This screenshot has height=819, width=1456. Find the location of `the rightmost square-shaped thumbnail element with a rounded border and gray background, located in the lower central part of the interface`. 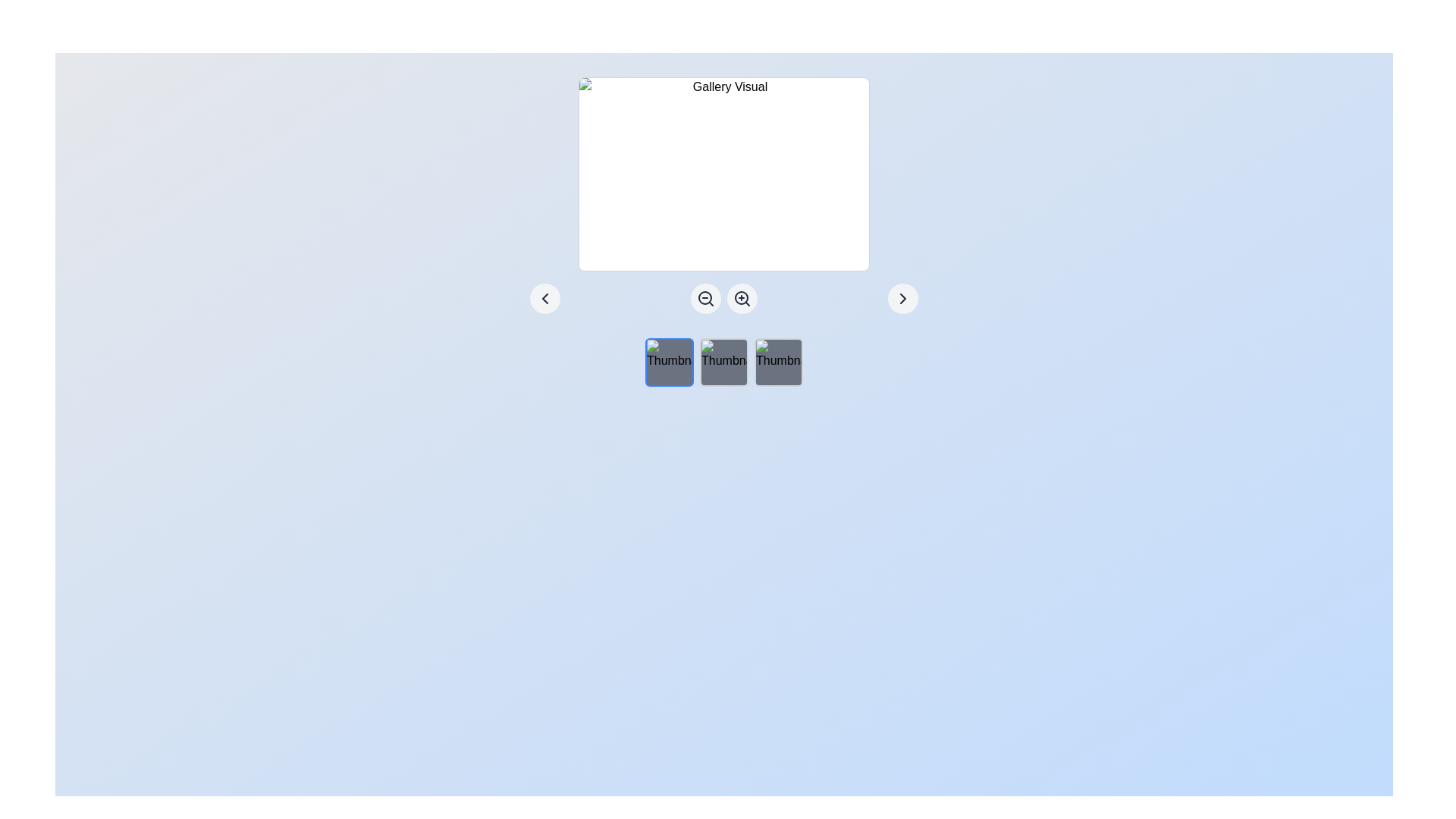

the rightmost square-shaped thumbnail element with a rounded border and gray background, located in the lower central part of the interface is located at coordinates (779, 362).